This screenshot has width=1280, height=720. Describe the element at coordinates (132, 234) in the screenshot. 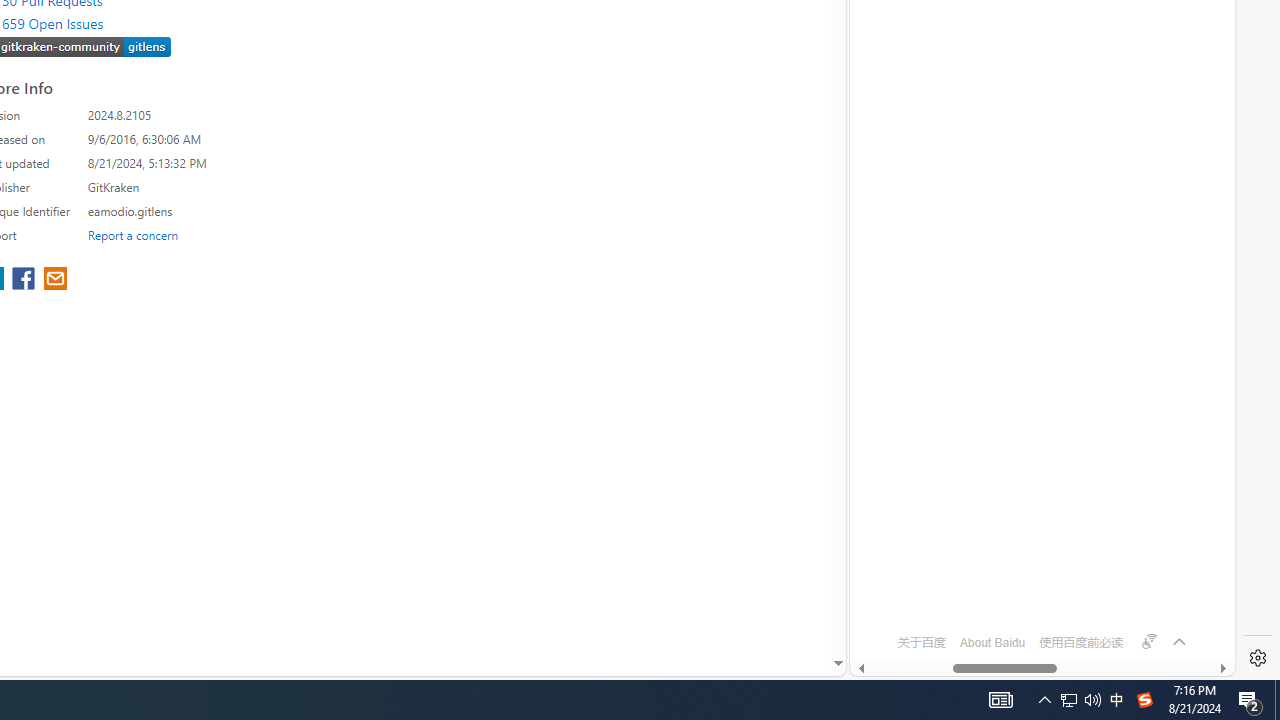

I see `'Report a concern'` at that location.